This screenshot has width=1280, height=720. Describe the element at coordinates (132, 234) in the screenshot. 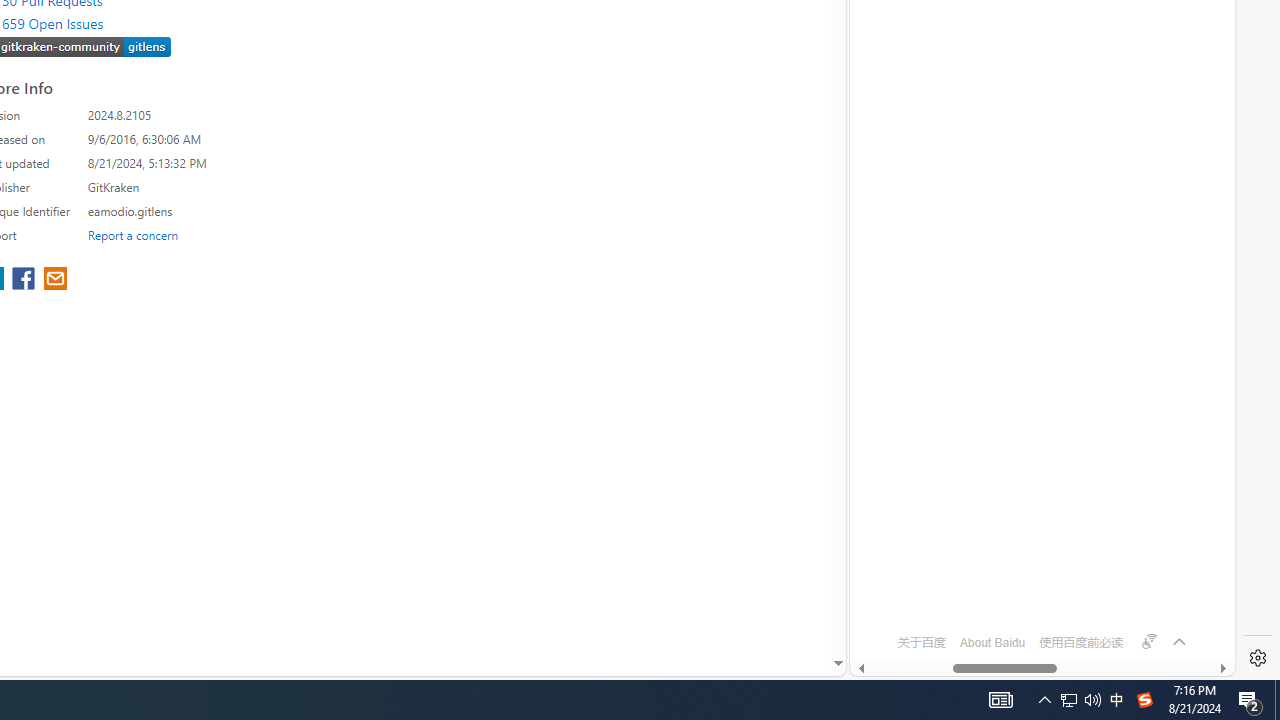

I see `'Report a concern'` at that location.